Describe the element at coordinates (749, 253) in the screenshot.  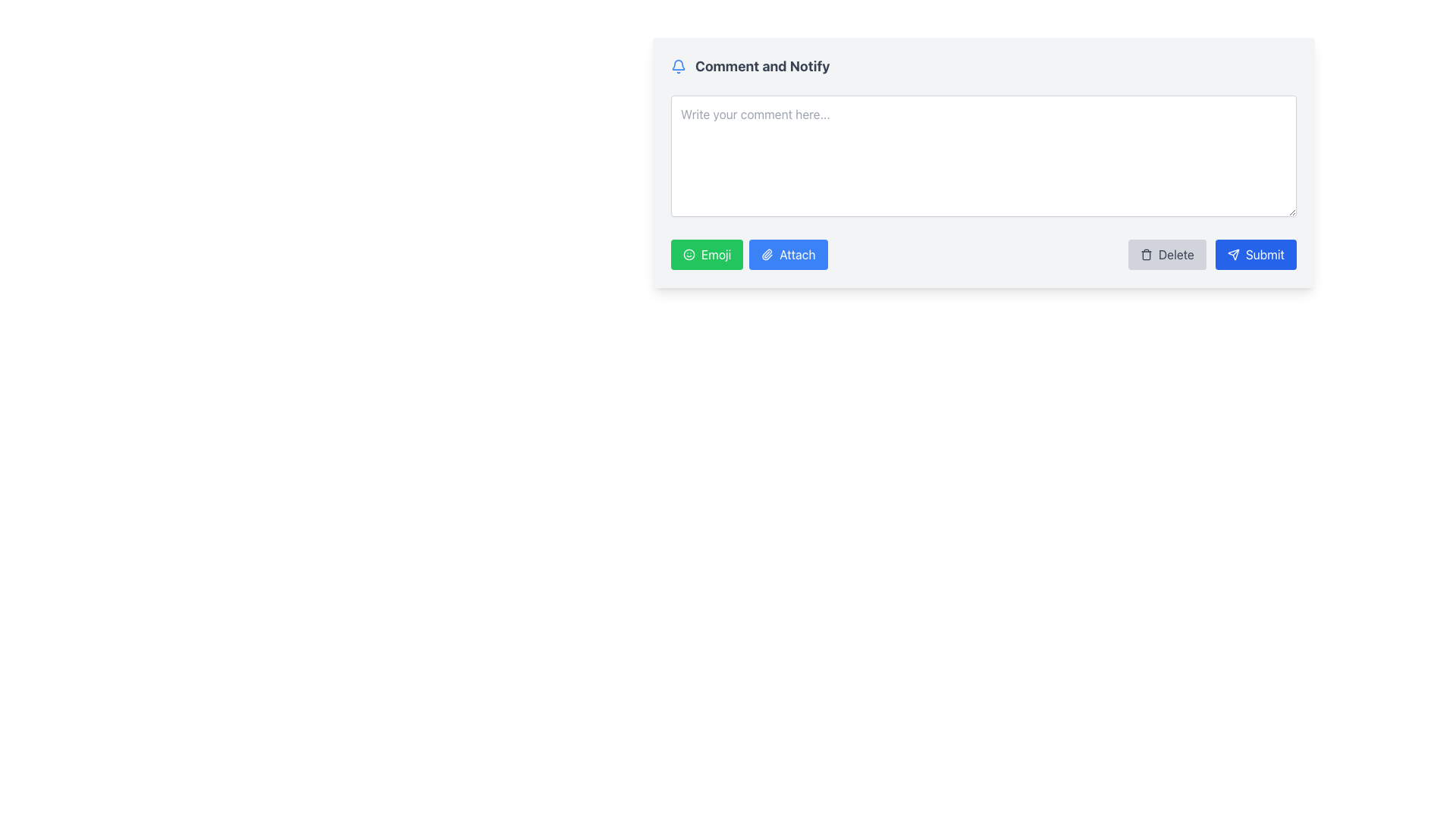
I see `the 'Emoji' button located within the horizontal button group for quick access to emoji selection` at that location.